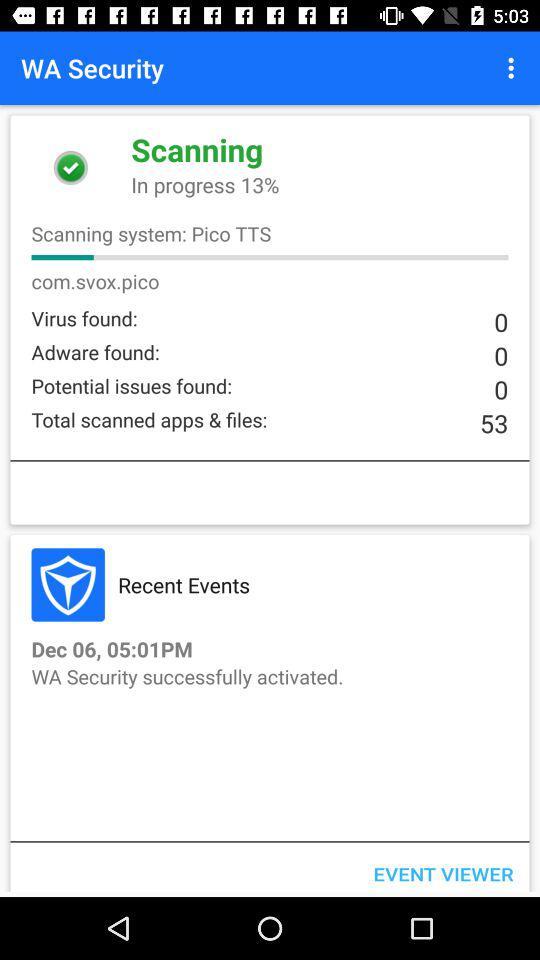 Image resolution: width=540 pixels, height=960 pixels. What do you see at coordinates (513, 68) in the screenshot?
I see `the item above the in progress 17%` at bounding box center [513, 68].